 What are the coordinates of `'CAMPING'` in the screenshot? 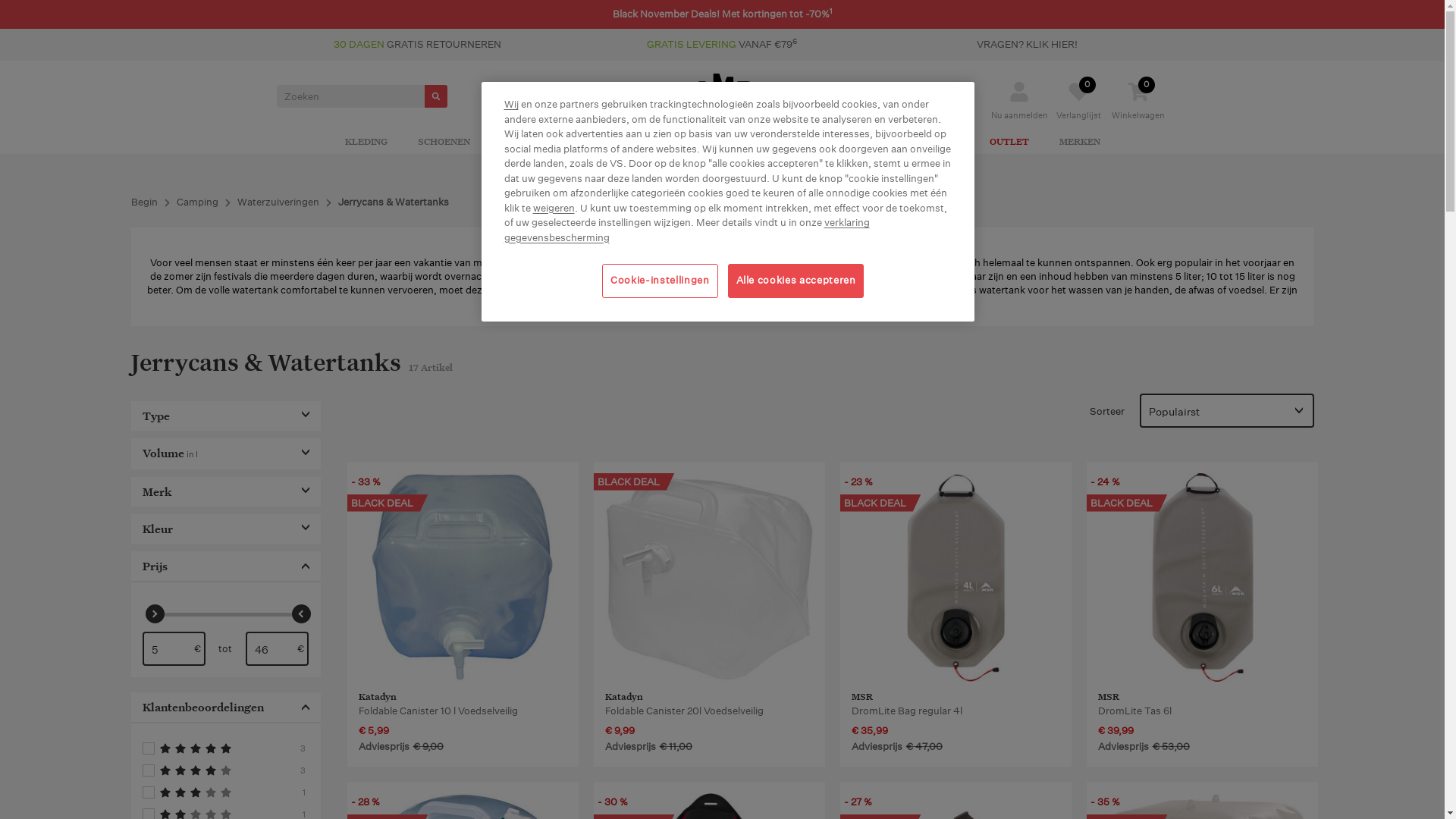 It's located at (611, 143).